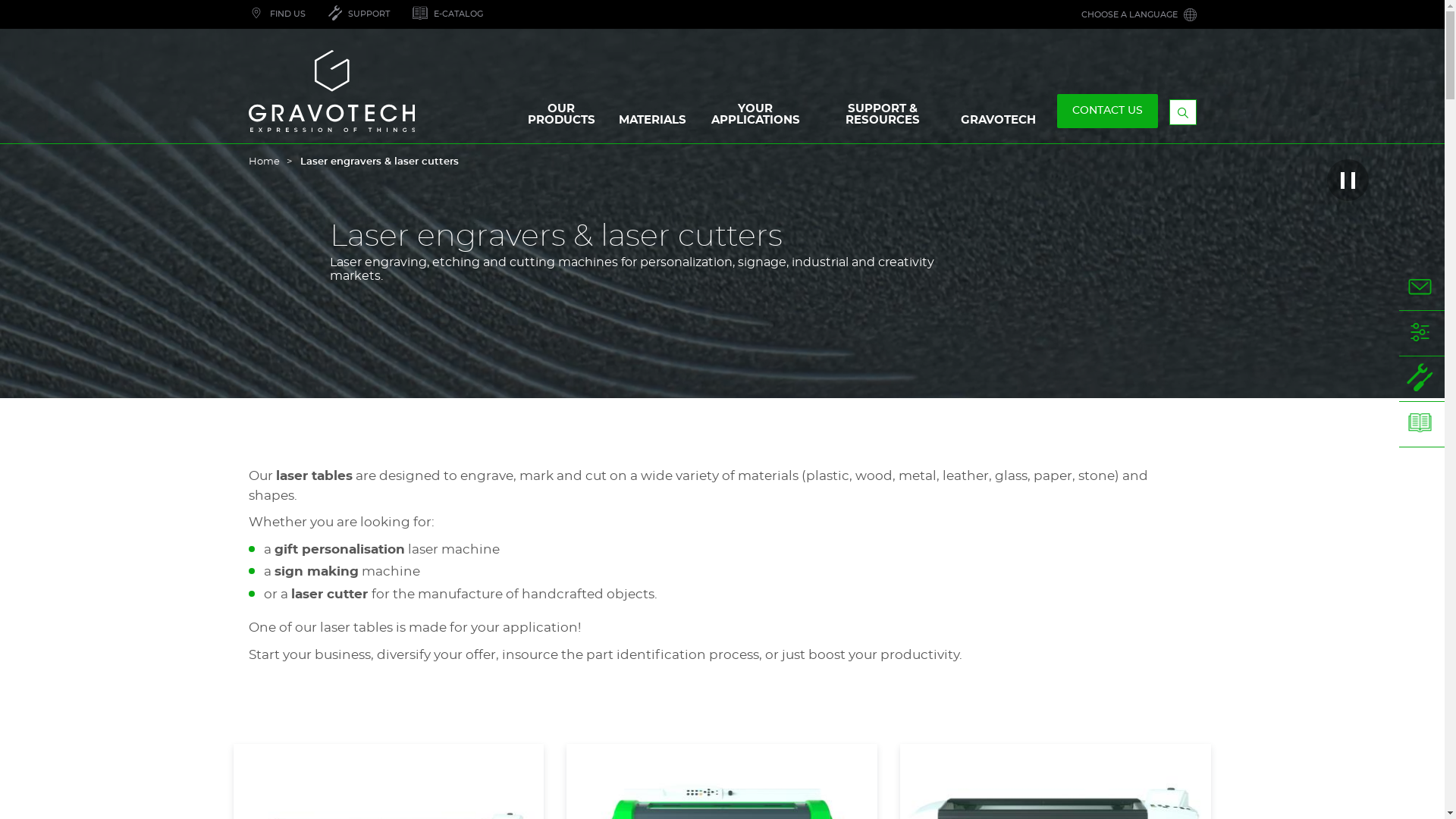 The image size is (1456, 819). What do you see at coordinates (1107, 110) in the screenshot?
I see `'CONTACT US'` at bounding box center [1107, 110].